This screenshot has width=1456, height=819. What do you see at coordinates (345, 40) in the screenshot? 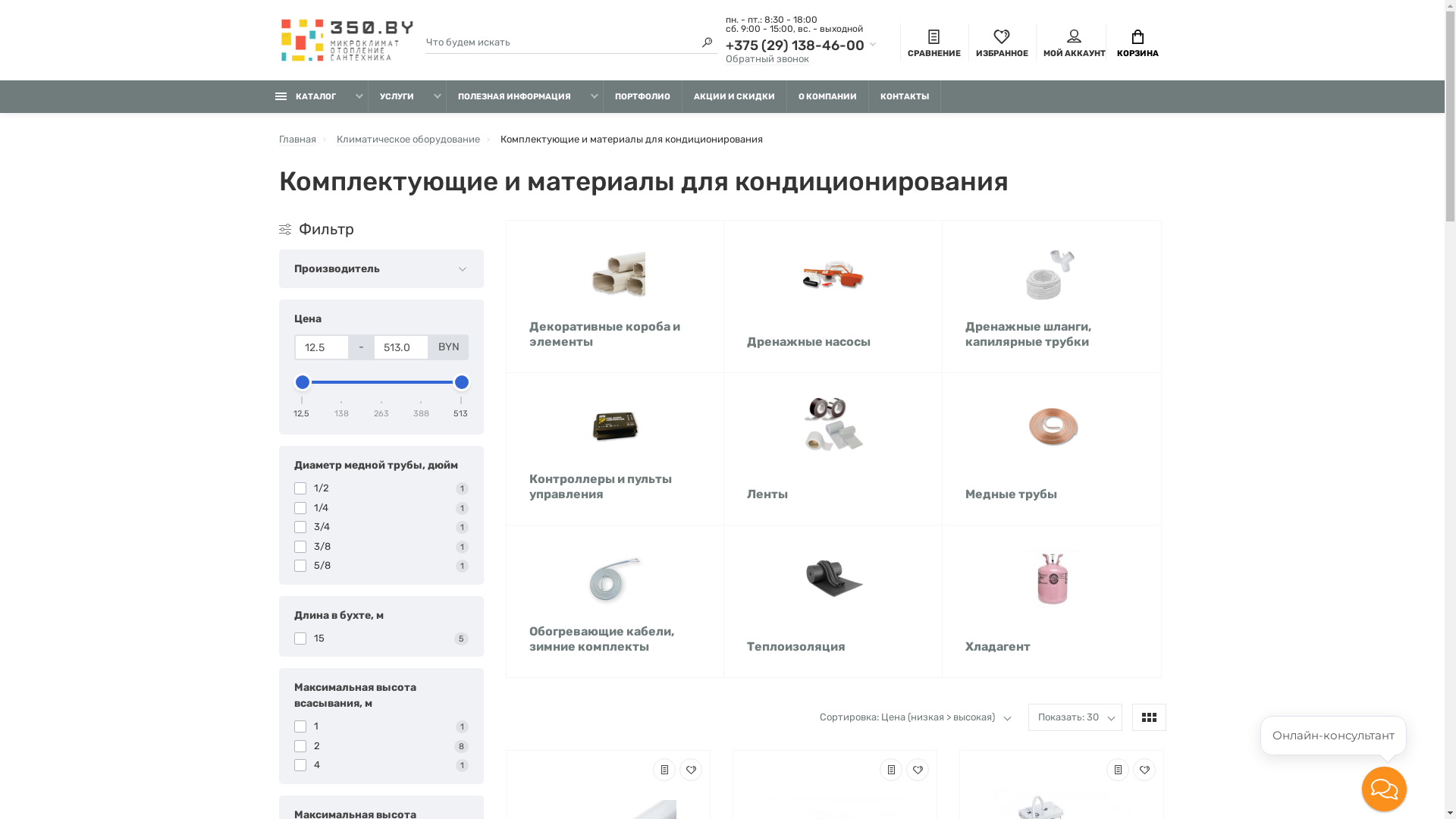
I see `'350.by'` at bounding box center [345, 40].